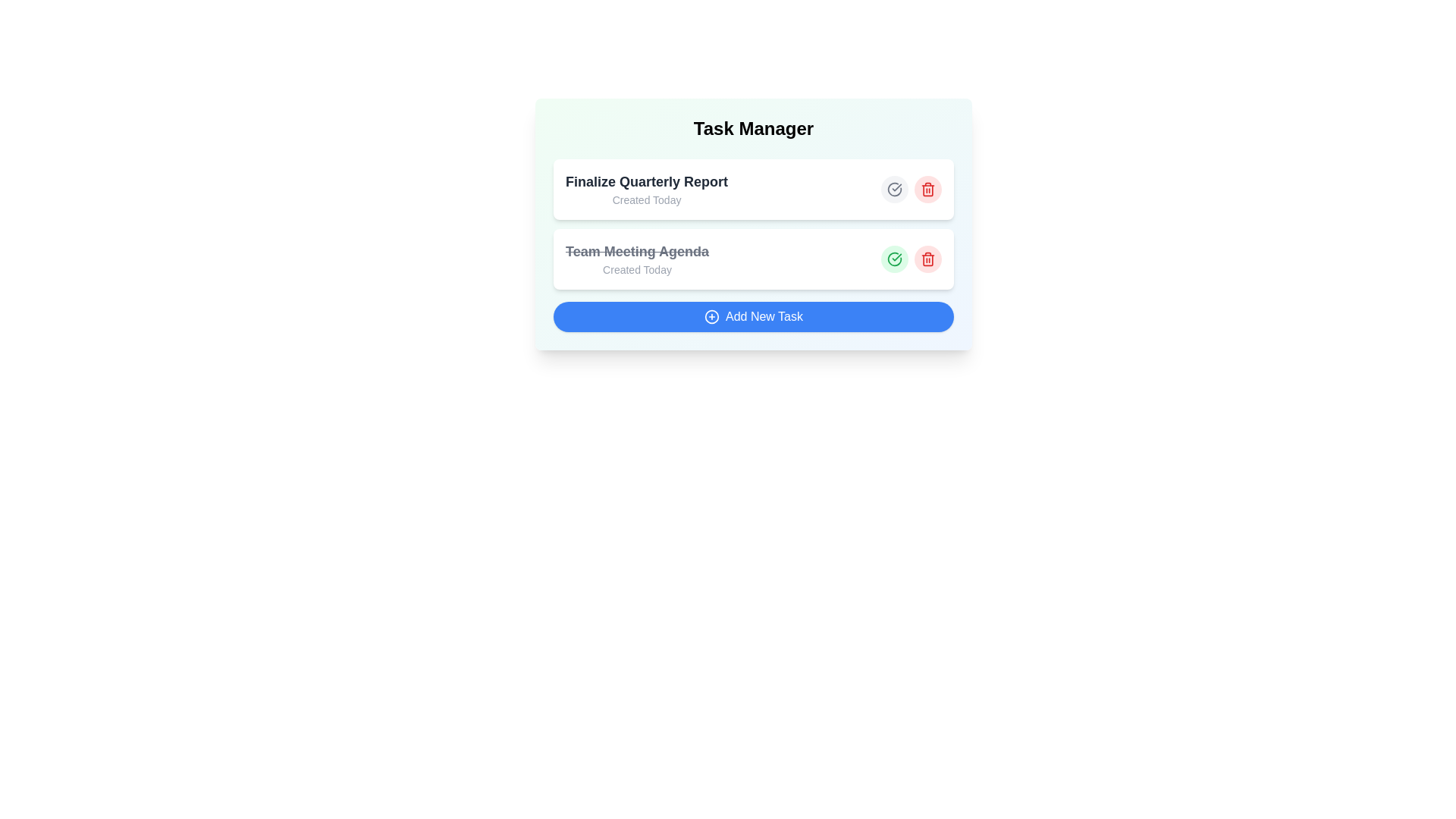 The height and width of the screenshot is (819, 1456). I want to click on delete button for the task titled 'Finalize Quarterly Report', so click(927, 189).